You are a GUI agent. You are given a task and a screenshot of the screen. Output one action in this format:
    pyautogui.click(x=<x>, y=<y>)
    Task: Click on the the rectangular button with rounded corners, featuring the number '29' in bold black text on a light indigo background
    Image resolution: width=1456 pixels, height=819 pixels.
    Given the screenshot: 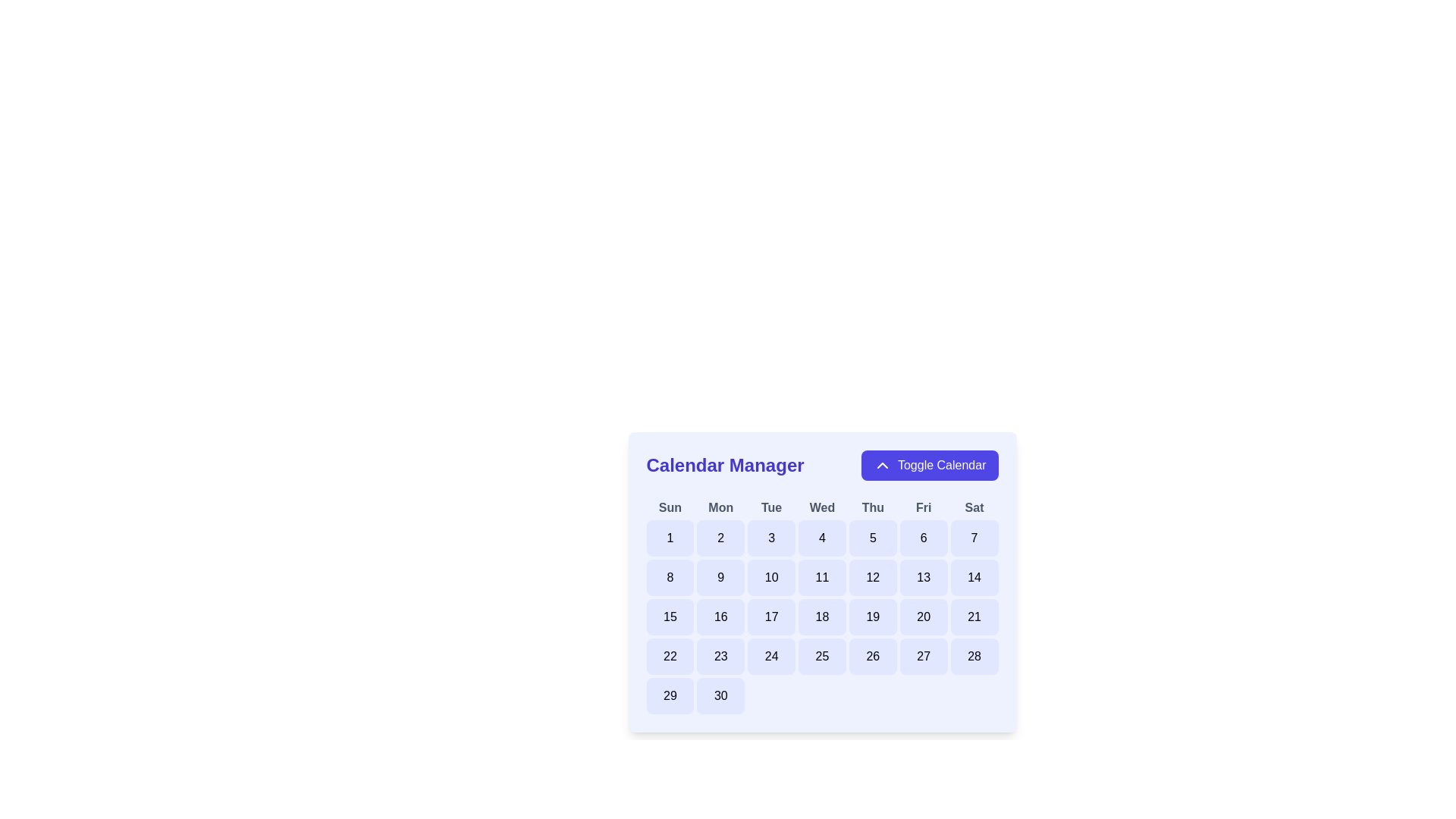 What is the action you would take?
    pyautogui.click(x=669, y=696)
    